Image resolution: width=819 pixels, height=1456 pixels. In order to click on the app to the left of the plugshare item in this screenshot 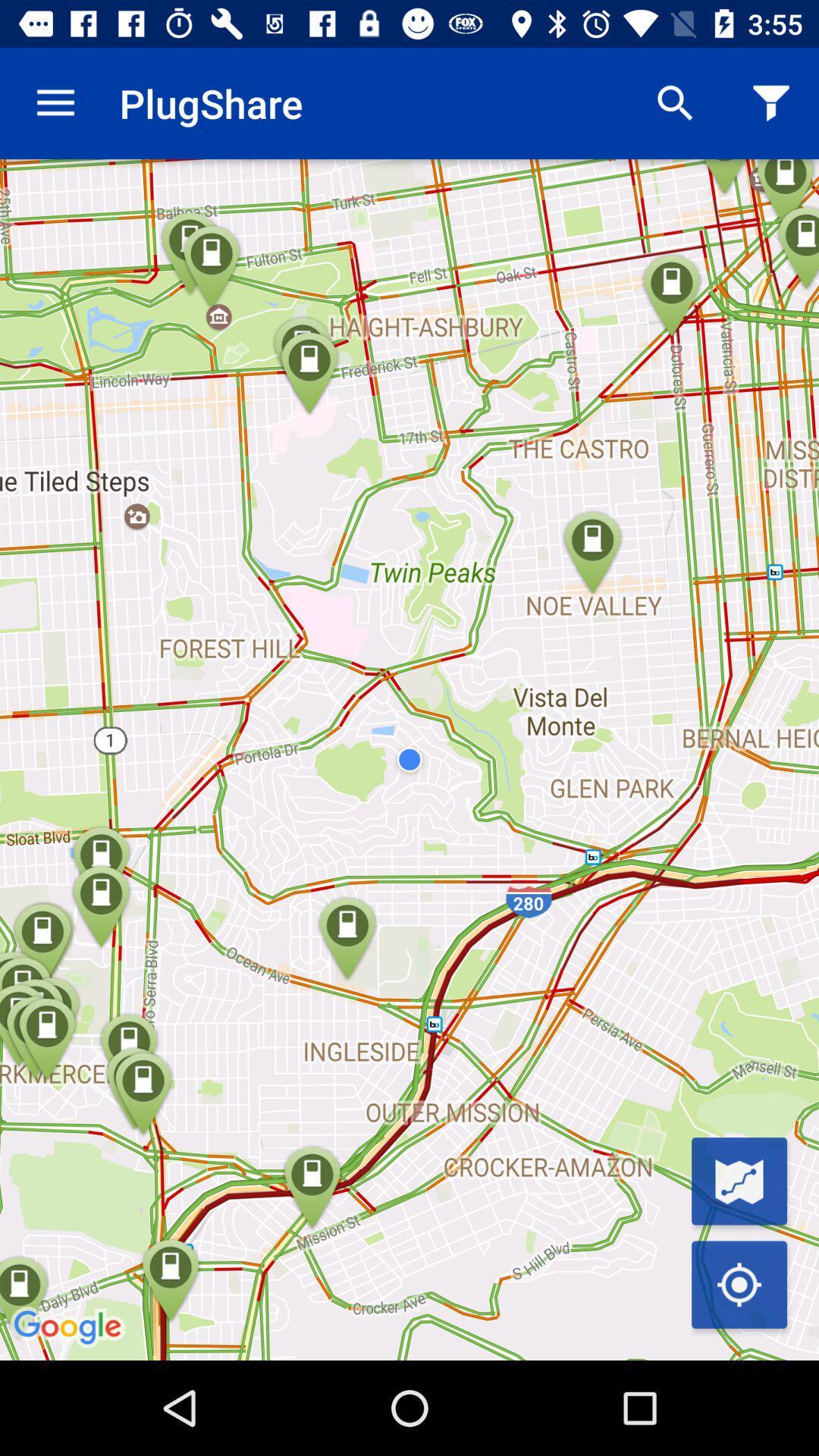, I will do `click(55, 102)`.